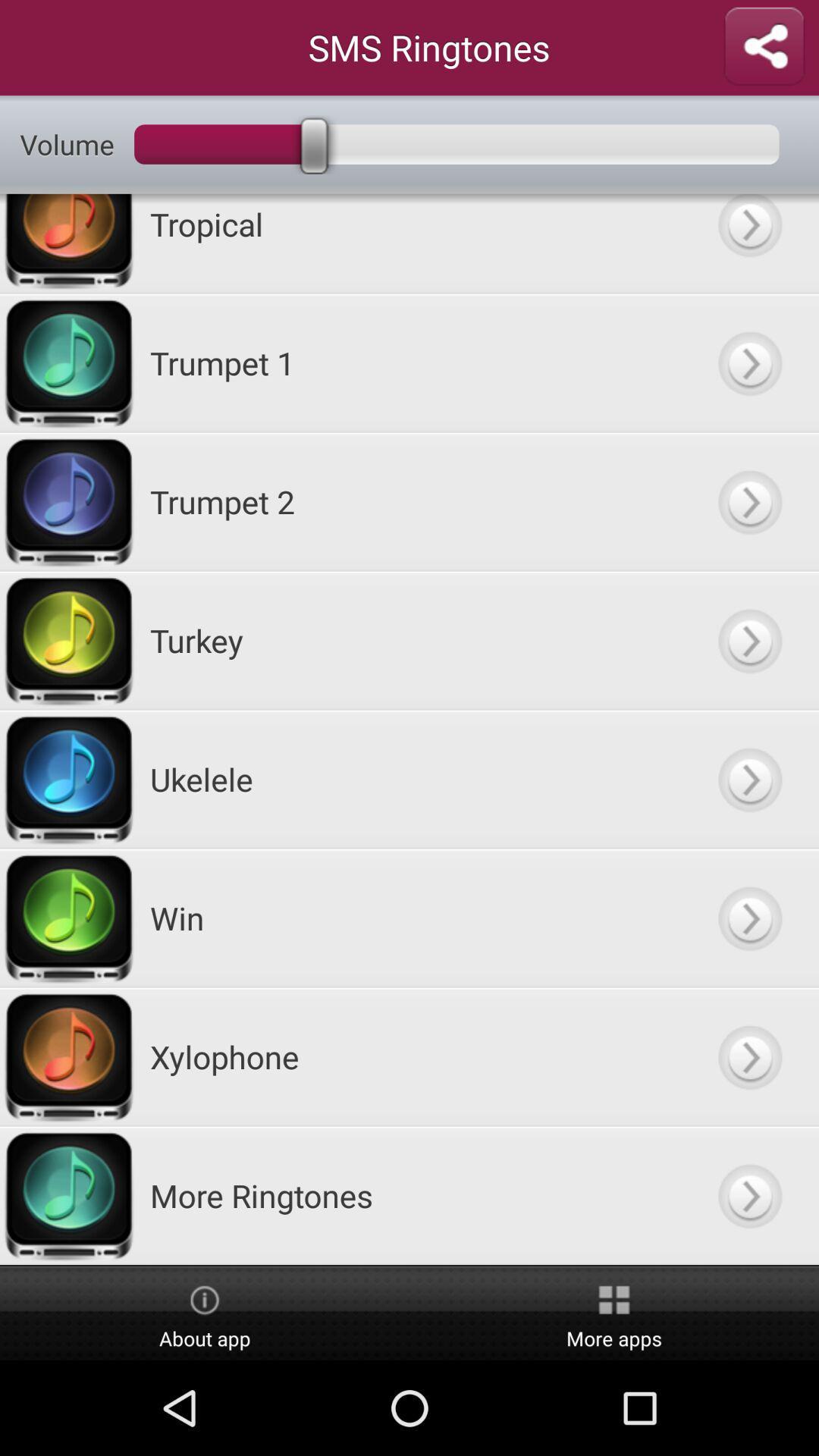  I want to click on next, so click(748, 779).